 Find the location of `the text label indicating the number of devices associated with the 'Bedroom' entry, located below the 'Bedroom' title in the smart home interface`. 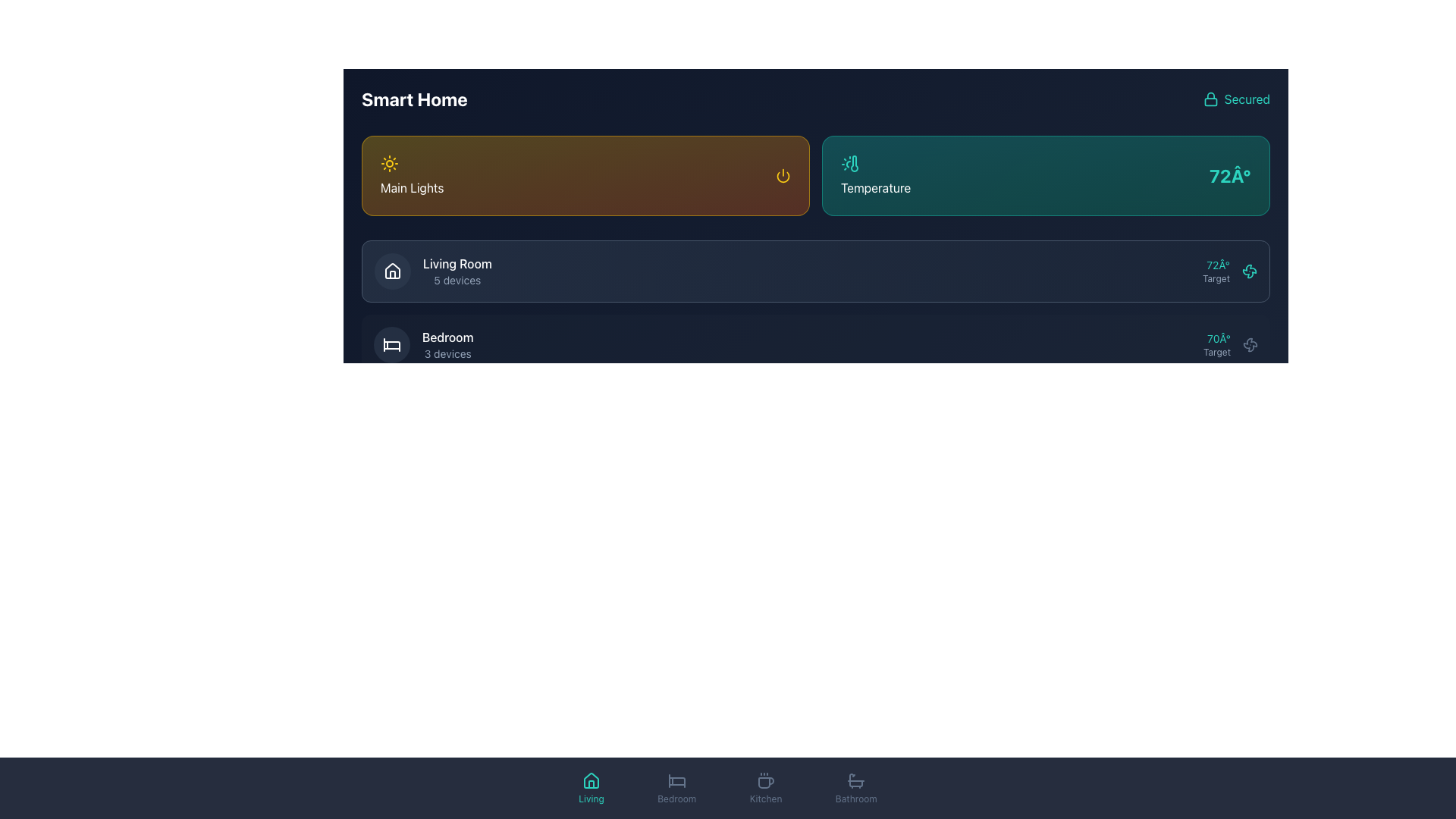

the text label indicating the number of devices associated with the 'Bedroom' entry, located below the 'Bedroom' title in the smart home interface is located at coordinates (447, 353).